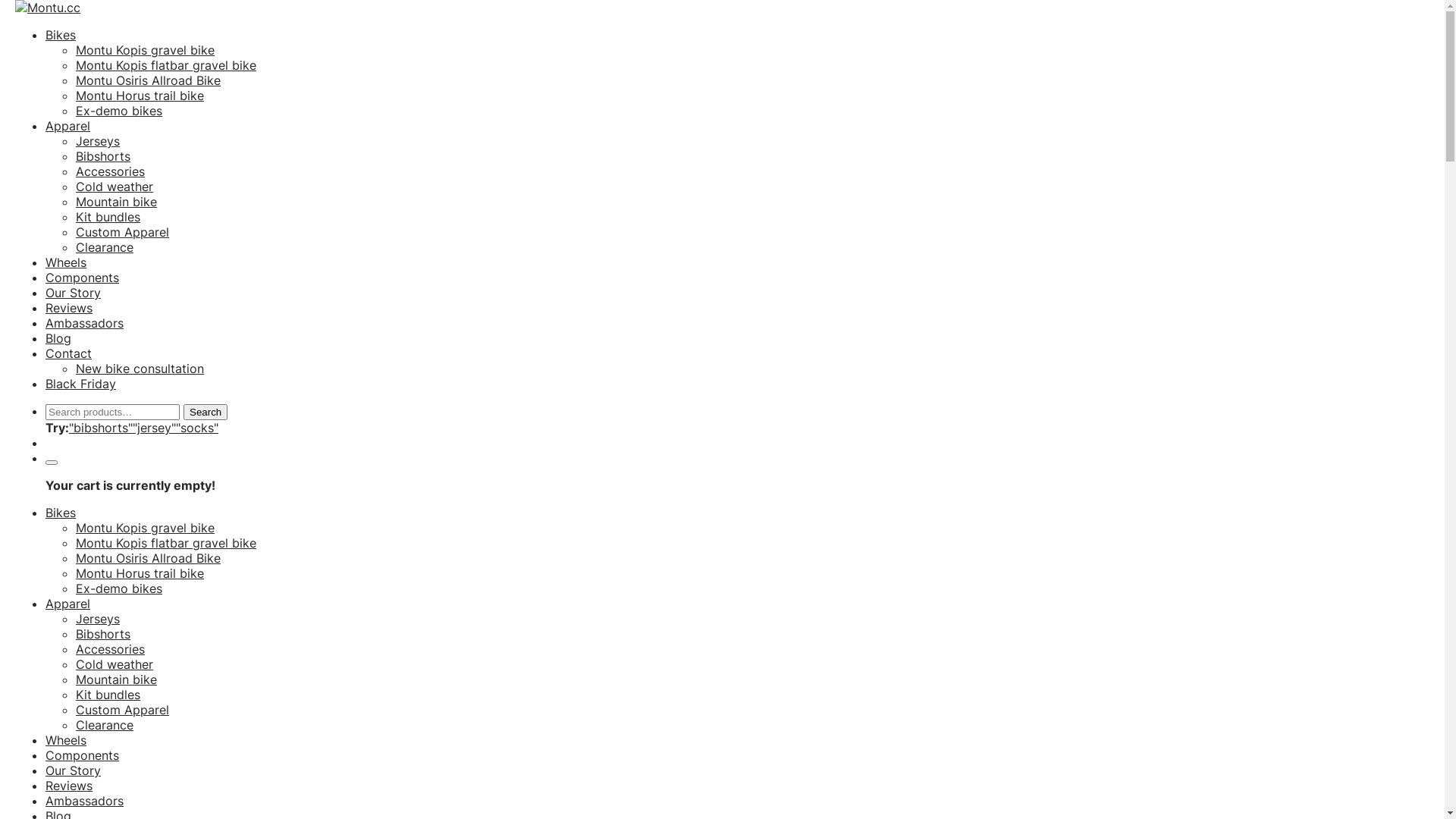  I want to click on 'Our Story', so click(72, 292).